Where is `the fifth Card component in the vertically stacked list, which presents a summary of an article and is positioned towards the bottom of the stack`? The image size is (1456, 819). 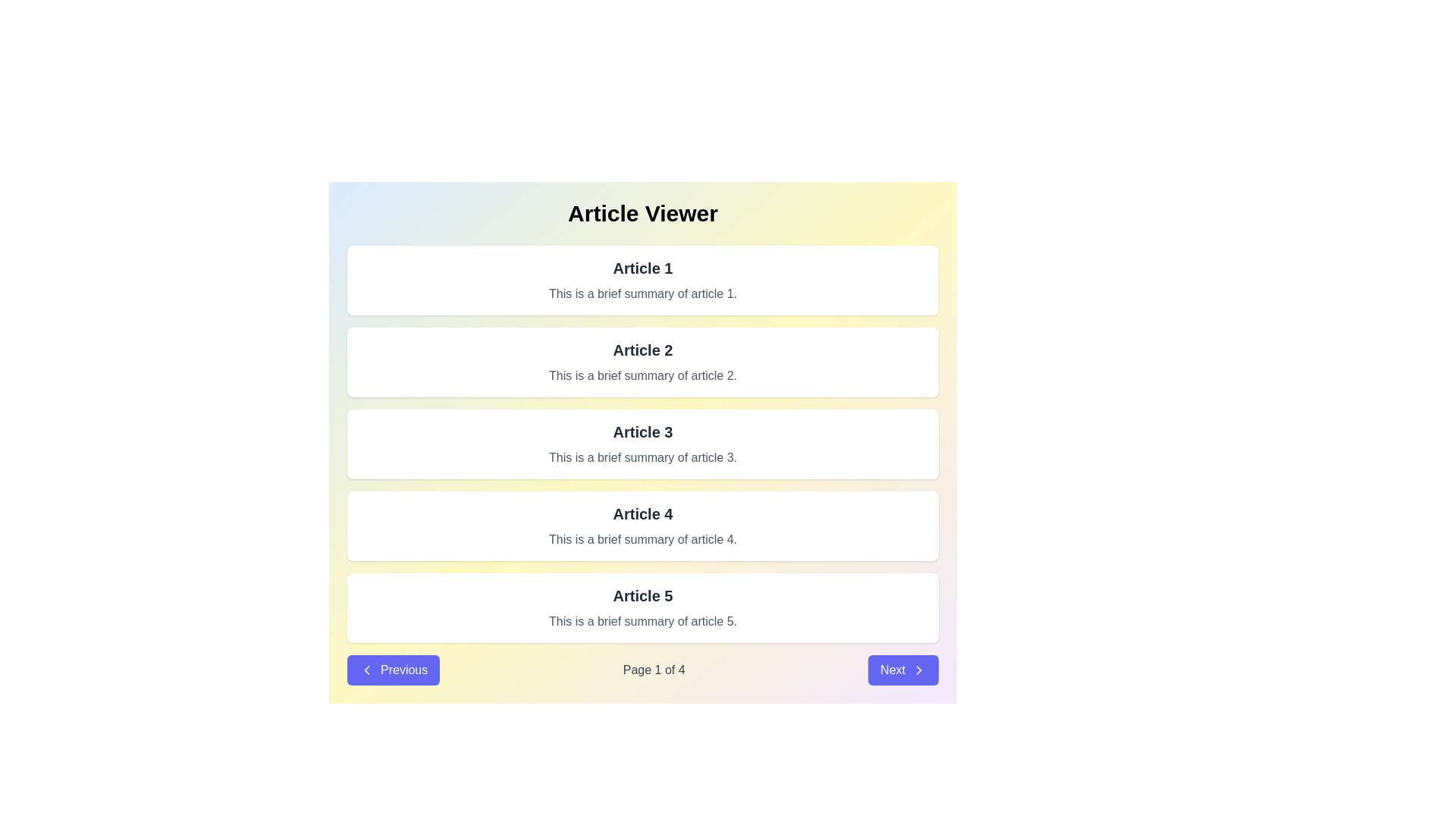
the fifth Card component in the vertically stacked list, which presents a summary of an article and is positioned towards the bottom of the stack is located at coordinates (643, 607).